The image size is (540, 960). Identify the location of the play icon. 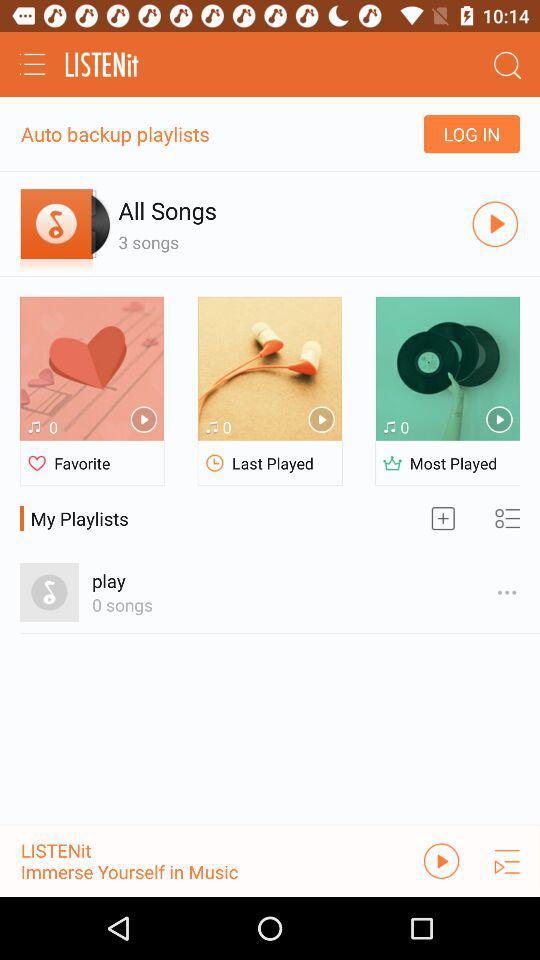
(441, 921).